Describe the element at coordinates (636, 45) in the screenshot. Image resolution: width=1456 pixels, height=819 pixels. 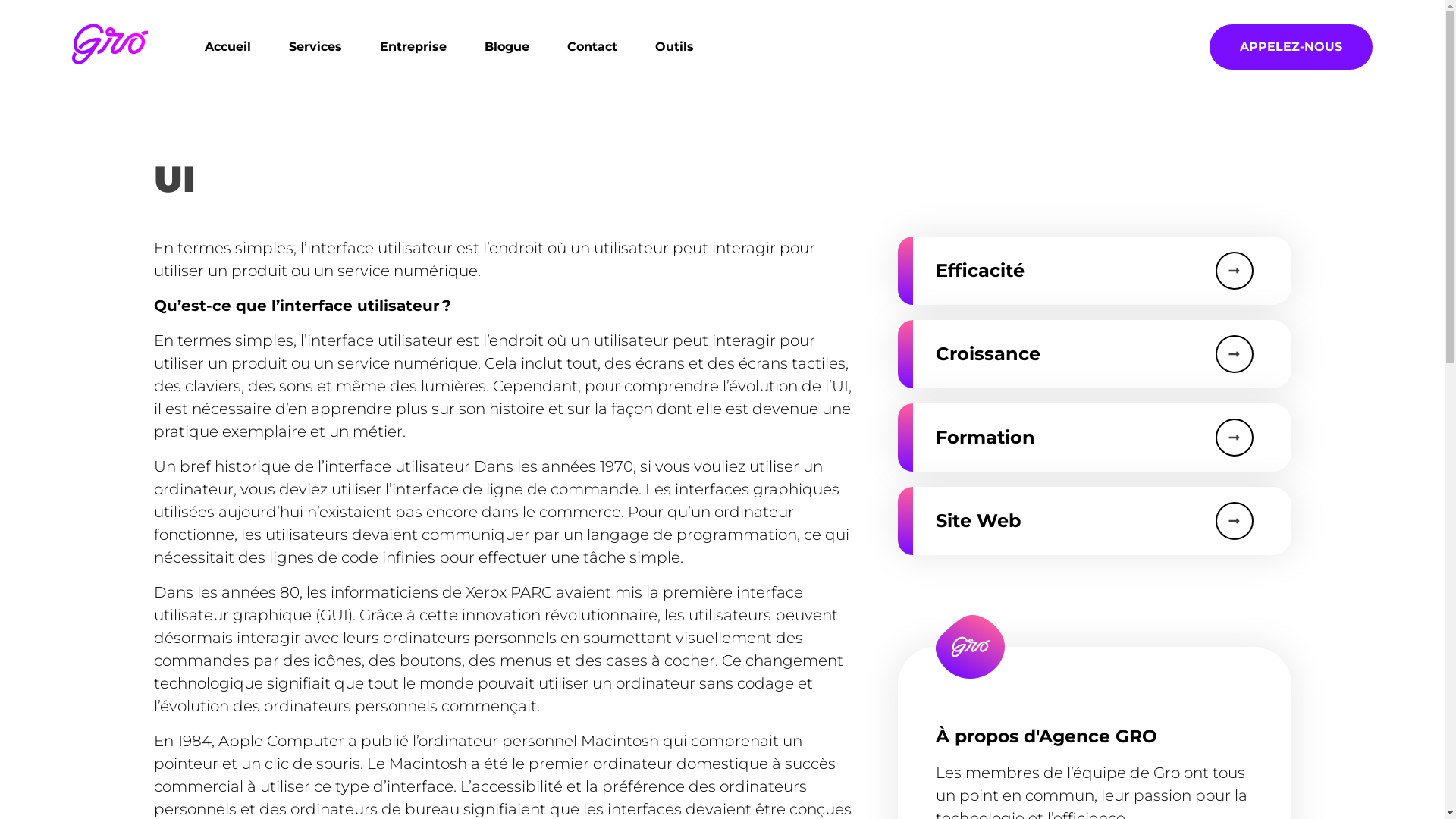
I see `'Outils'` at that location.